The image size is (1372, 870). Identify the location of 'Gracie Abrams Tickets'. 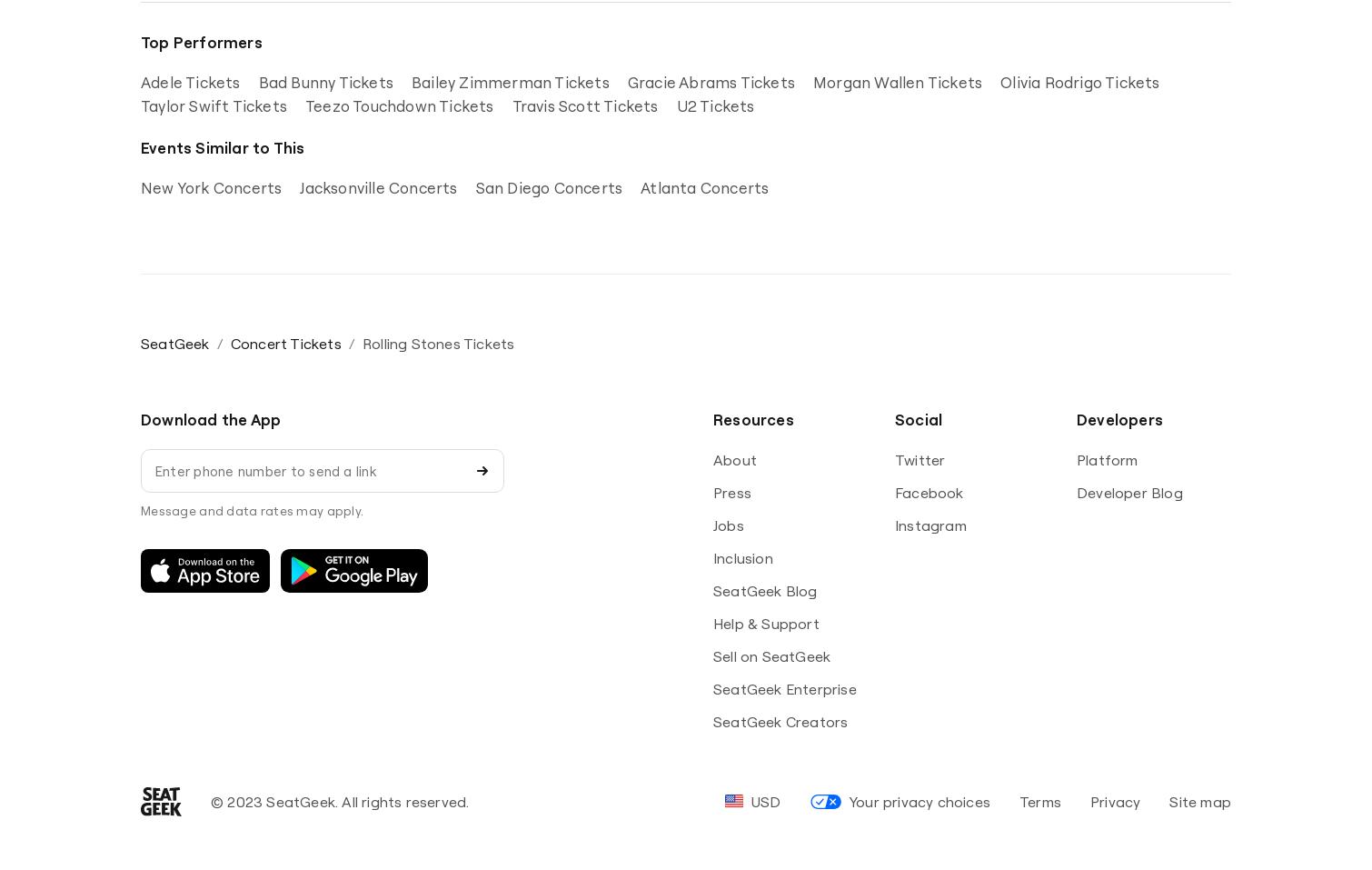
(711, 81).